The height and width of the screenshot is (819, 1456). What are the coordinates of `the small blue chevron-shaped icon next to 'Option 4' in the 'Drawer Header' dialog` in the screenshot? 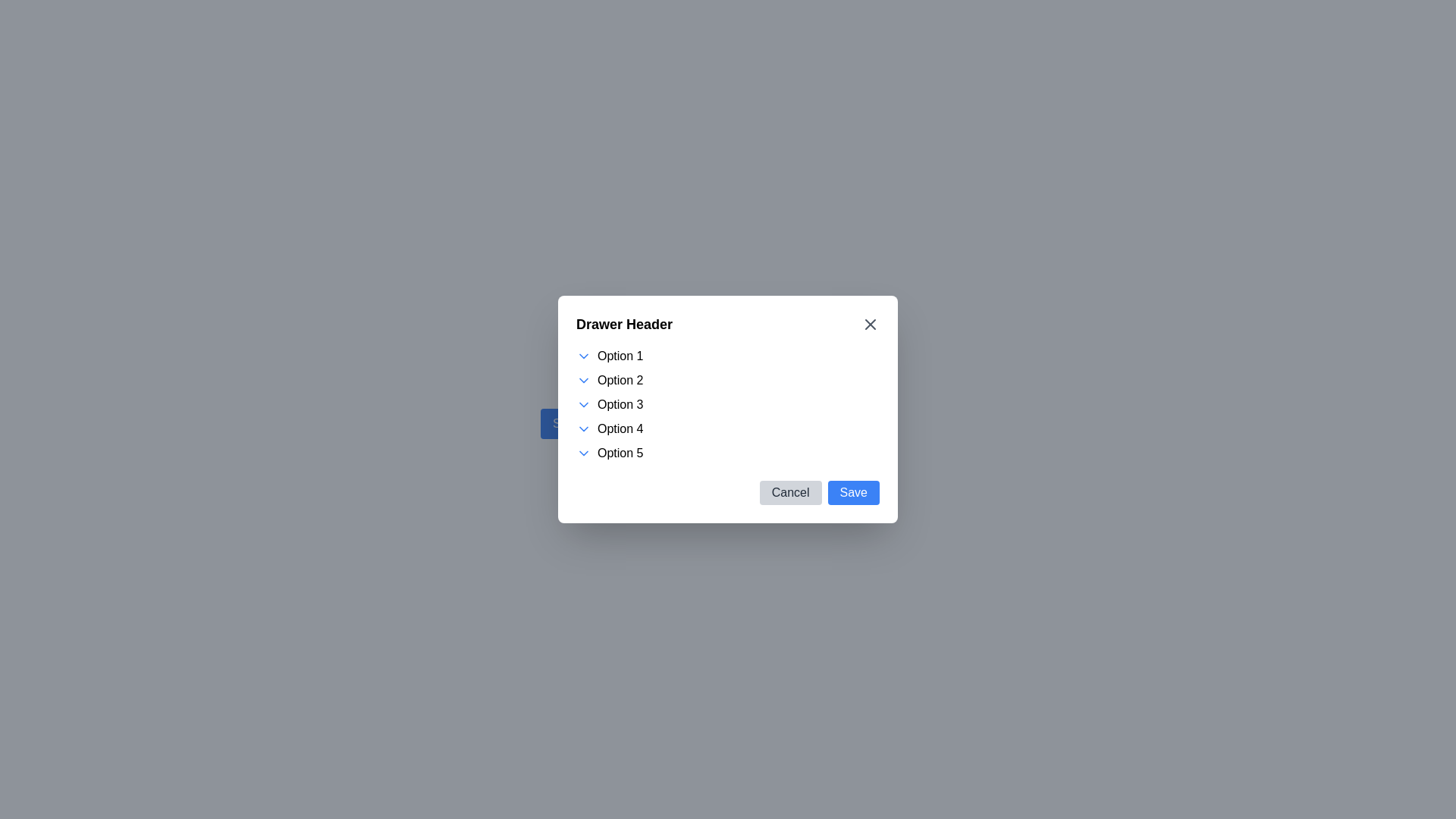 It's located at (582, 429).